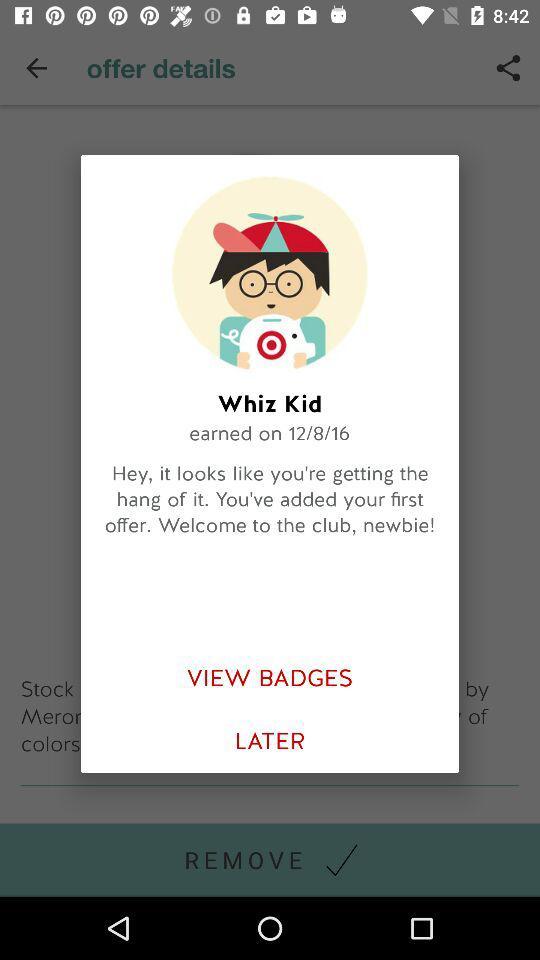 The width and height of the screenshot is (540, 960). Describe the element at coordinates (270, 740) in the screenshot. I see `later icon` at that location.